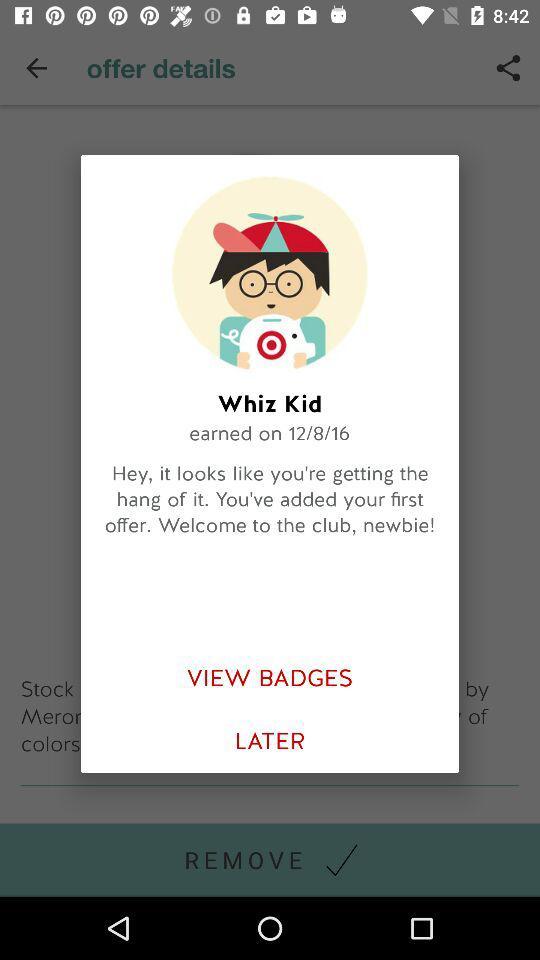 The width and height of the screenshot is (540, 960). Describe the element at coordinates (270, 740) in the screenshot. I see `later icon` at that location.